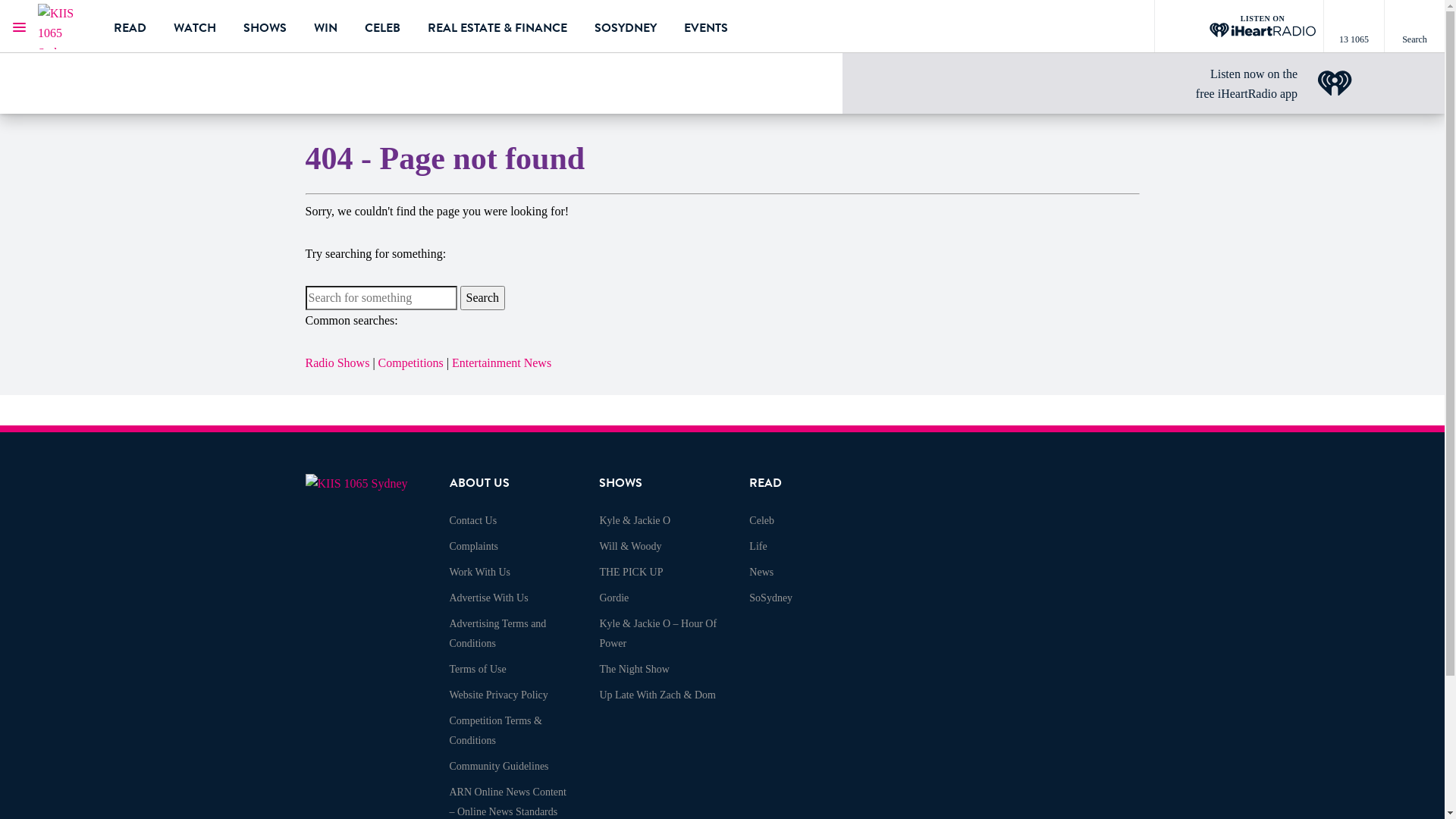  Describe the element at coordinates (749, 572) in the screenshot. I see `'News'` at that location.